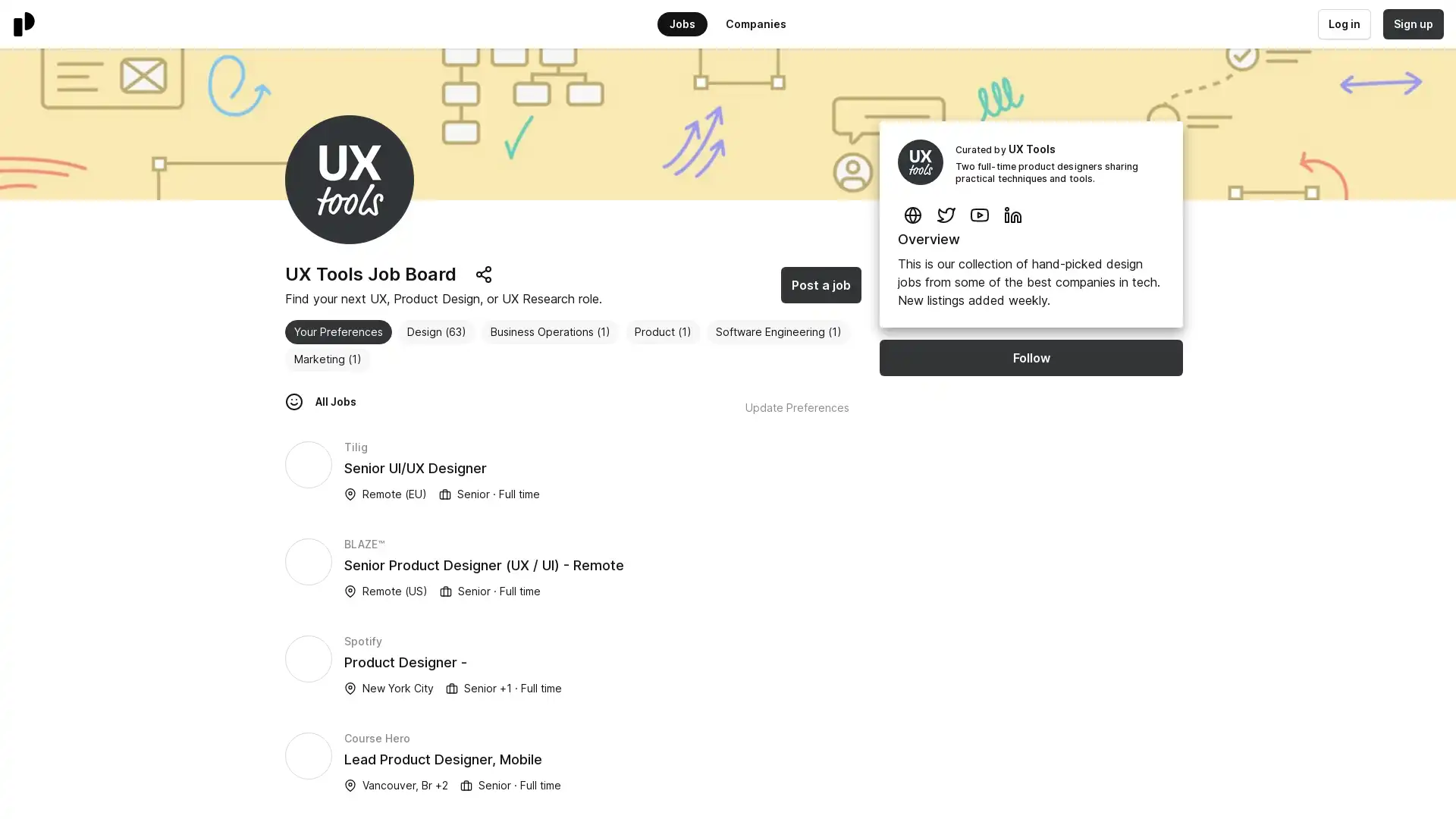 Image resolution: width=1456 pixels, height=819 pixels. What do you see at coordinates (1031, 357) in the screenshot?
I see `Follow` at bounding box center [1031, 357].